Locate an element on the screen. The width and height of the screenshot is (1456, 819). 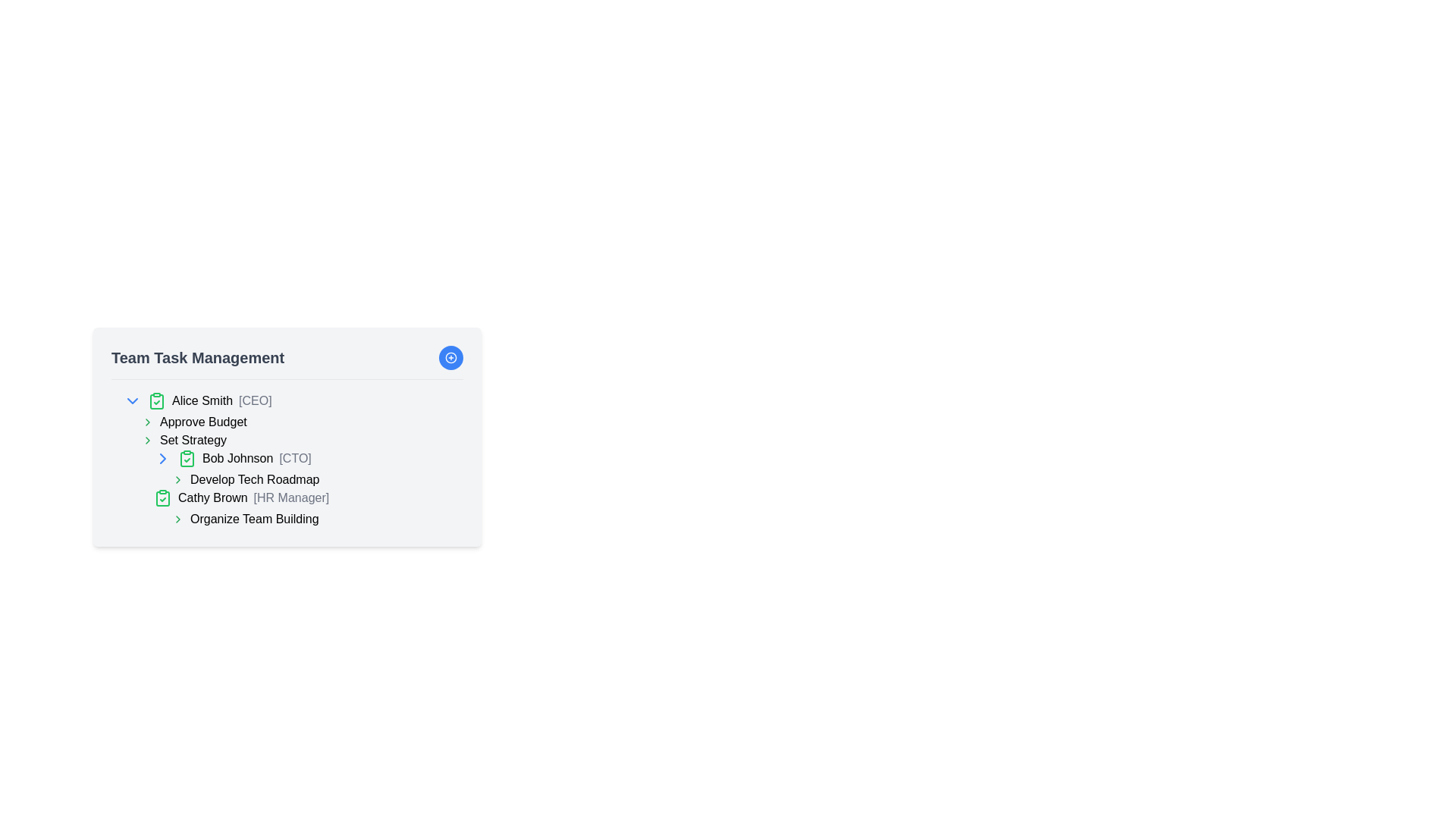
the text element 'Bob Johnson [CTO] Develop Tech Roadmap' which is styled as a hierarchical list item under 'Team Task Management' is located at coordinates (308, 468).